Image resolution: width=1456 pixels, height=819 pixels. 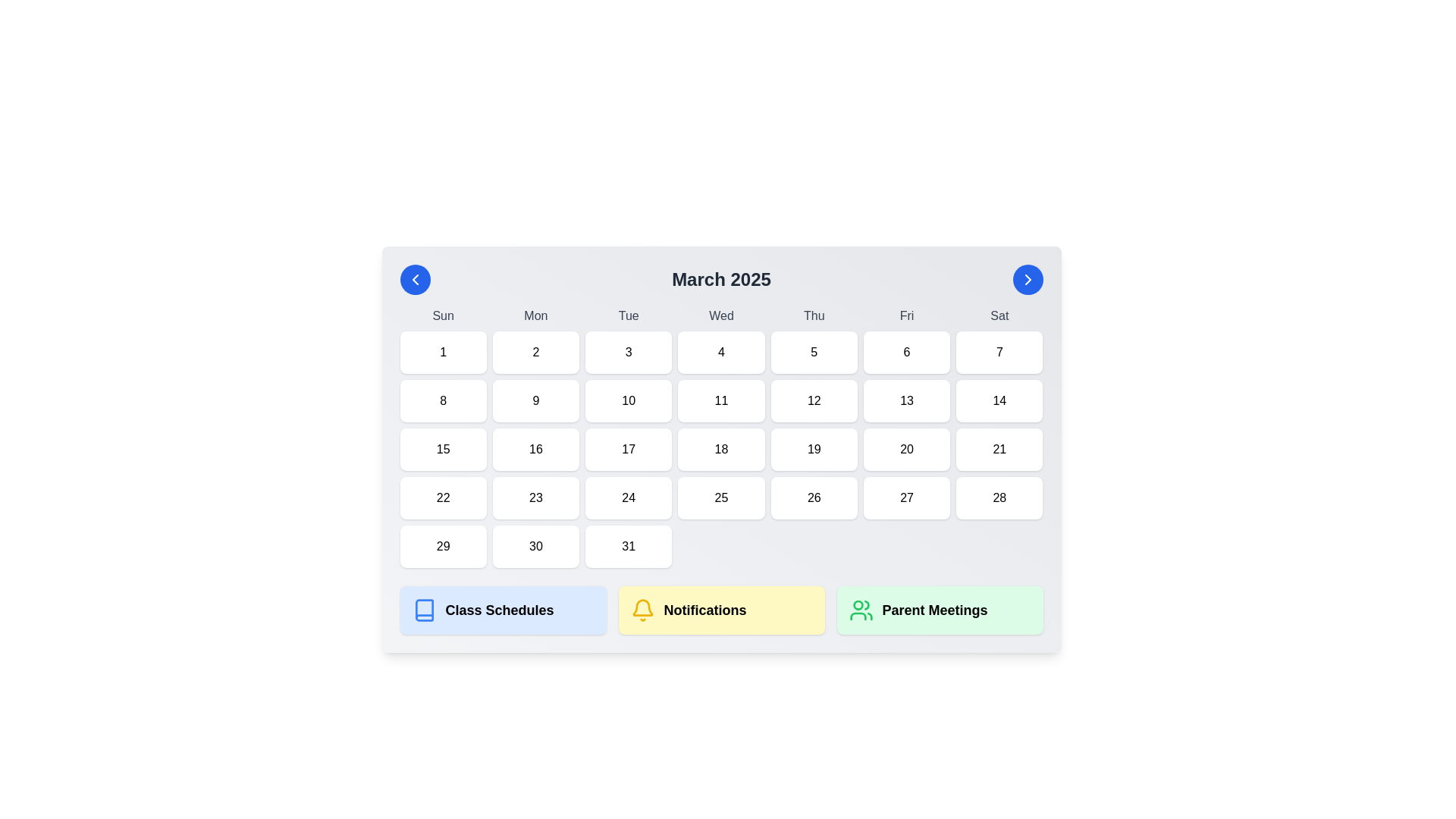 I want to click on the text display element that shows 'March 2025', which is centrally positioned in the calendar interface and flanked by circular navigation buttons, so click(x=720, y=280).